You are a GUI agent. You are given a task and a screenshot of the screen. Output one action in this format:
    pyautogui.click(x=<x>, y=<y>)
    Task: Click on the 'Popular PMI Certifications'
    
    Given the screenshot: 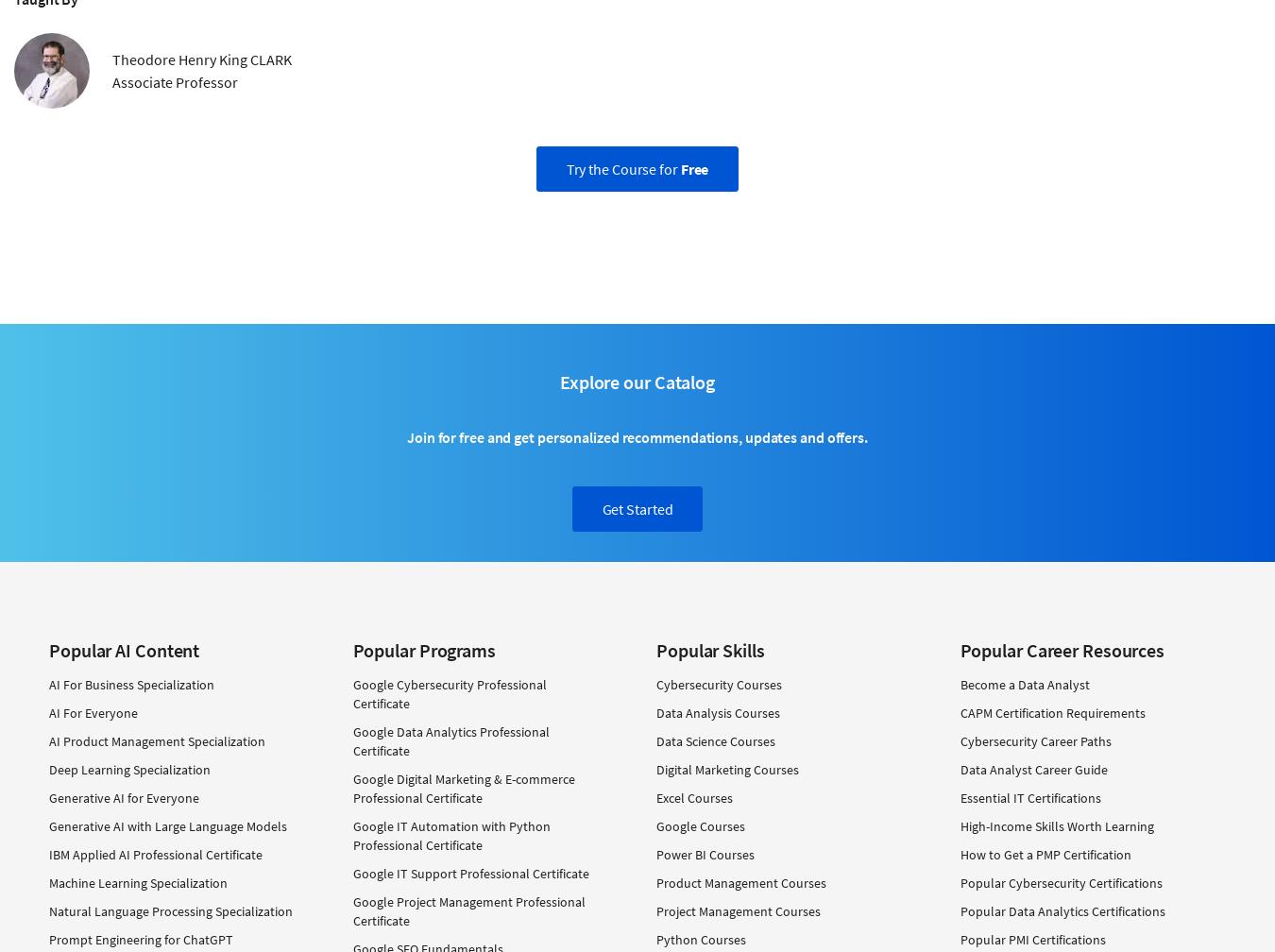 What is the action you would take?
    pyautogui.click(x=1031, y=938)
    